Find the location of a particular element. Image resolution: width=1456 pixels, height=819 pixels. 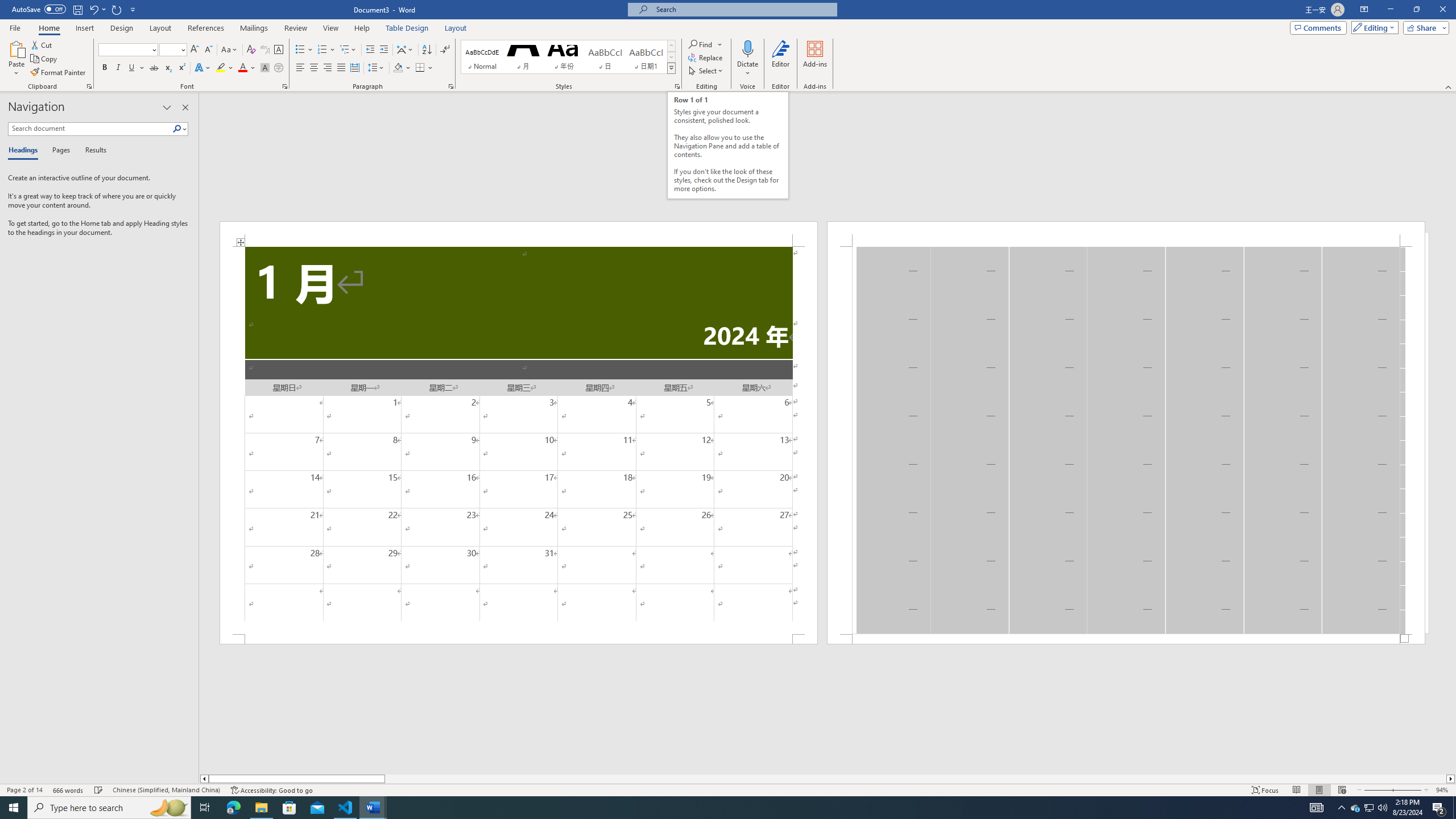

'Undo Distribute Para' is located at coordinates (97, 9).